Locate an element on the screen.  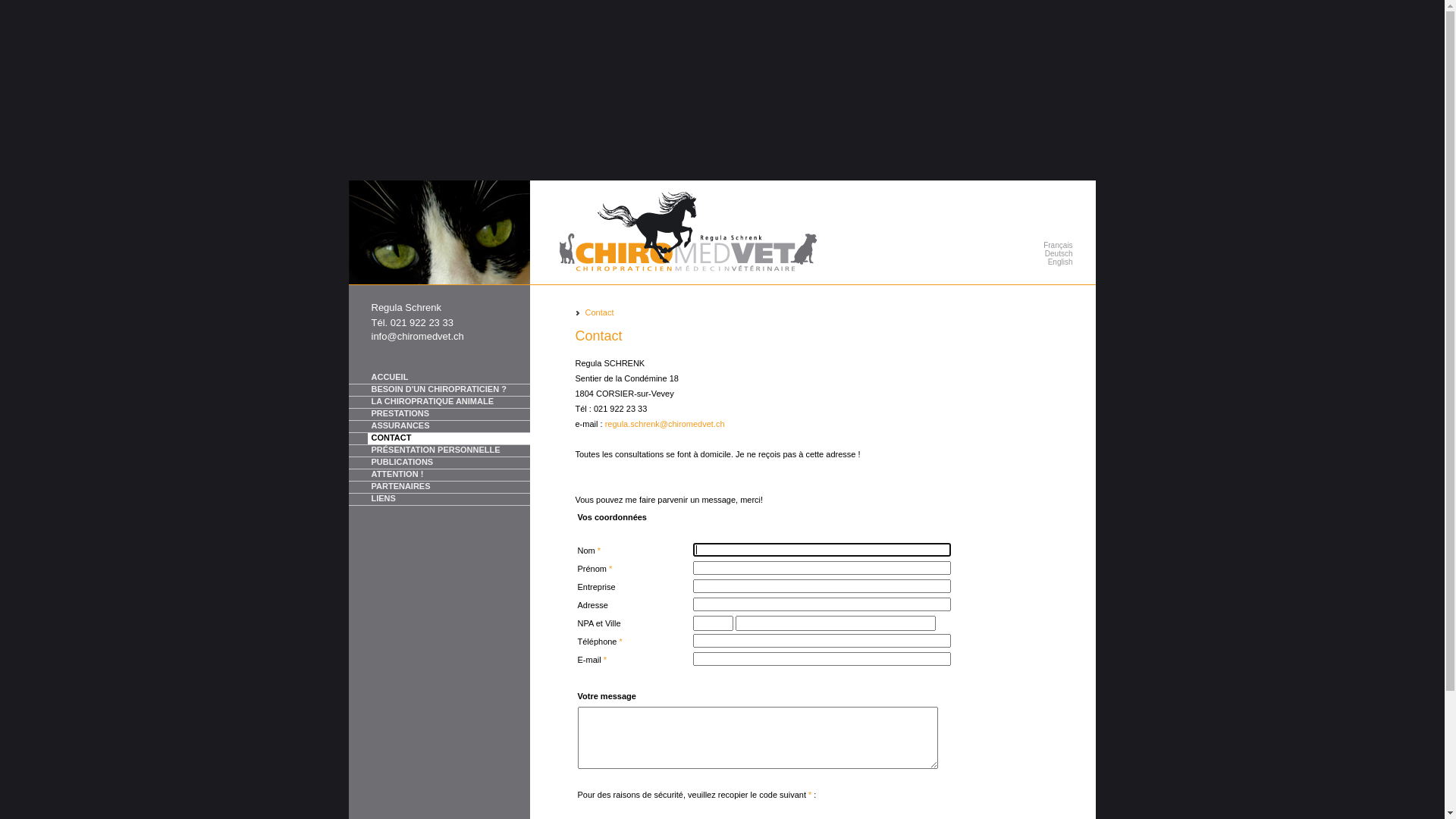
'LIENS' is located at coordinates (447, 499).